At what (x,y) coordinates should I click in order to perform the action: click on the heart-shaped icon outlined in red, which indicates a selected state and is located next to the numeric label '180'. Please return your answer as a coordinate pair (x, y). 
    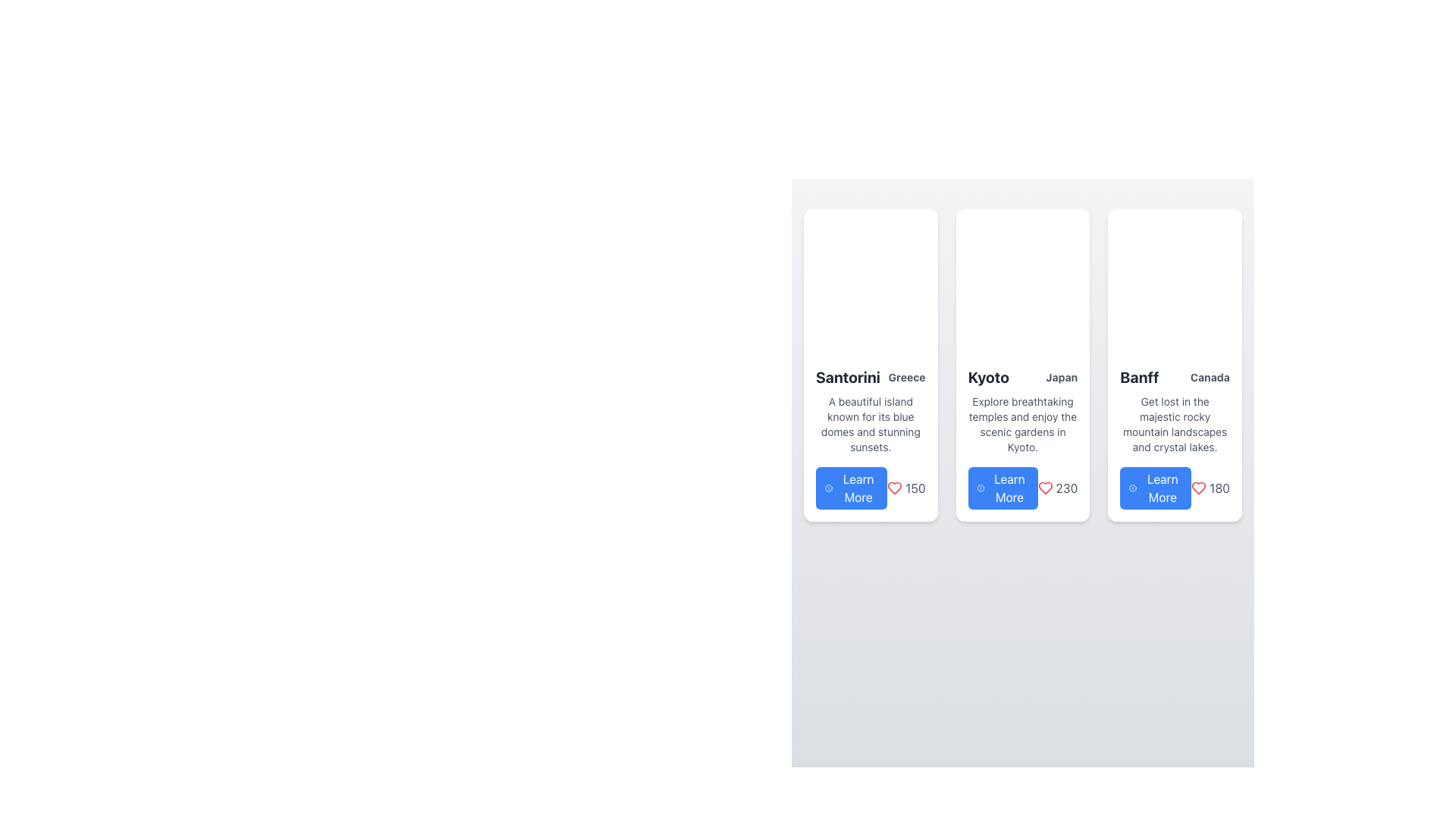
    Looking at the image, I should click on (1198, 488).